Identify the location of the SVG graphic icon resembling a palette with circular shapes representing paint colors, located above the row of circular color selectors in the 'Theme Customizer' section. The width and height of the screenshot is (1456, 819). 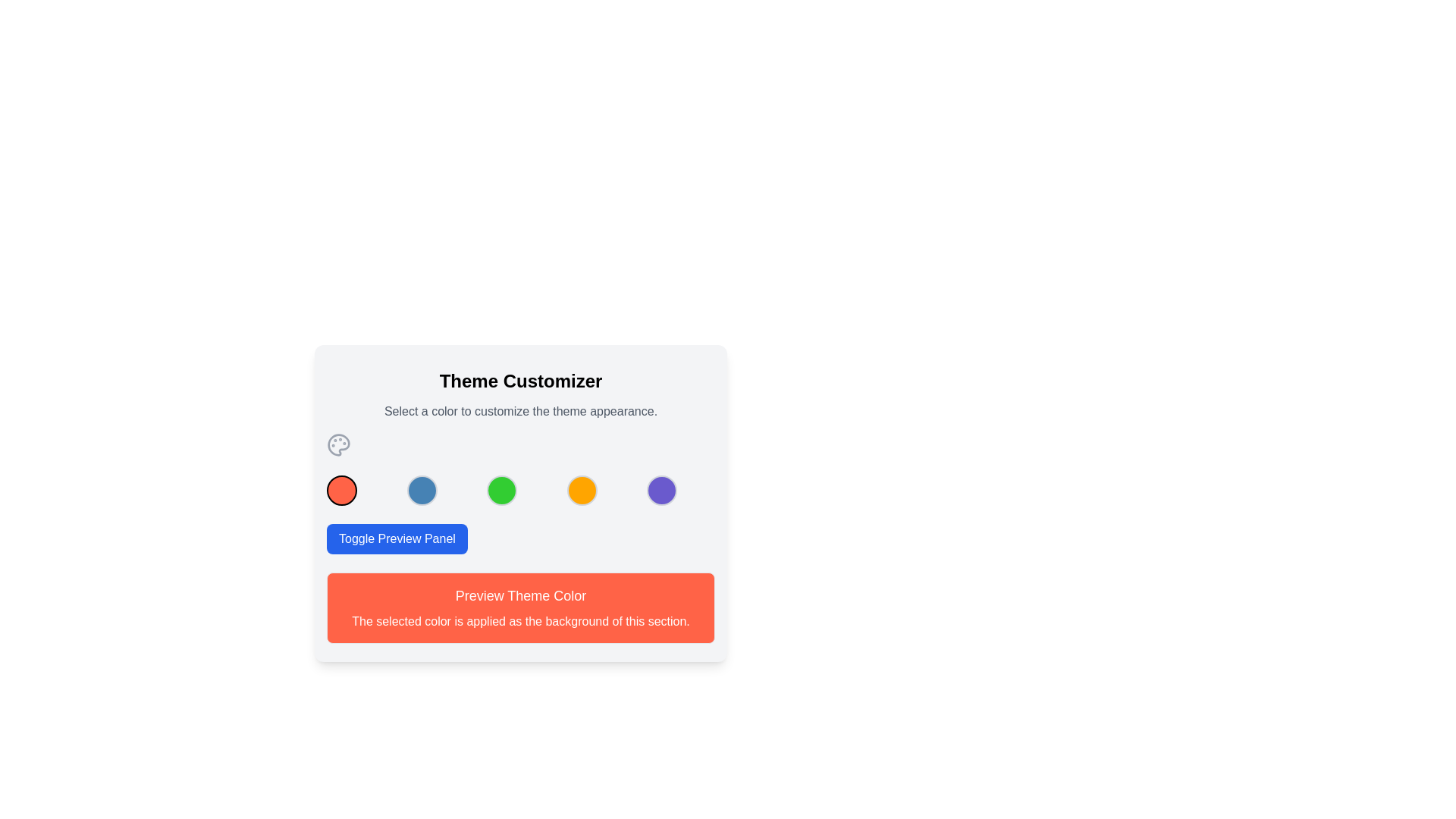
(337, 444).